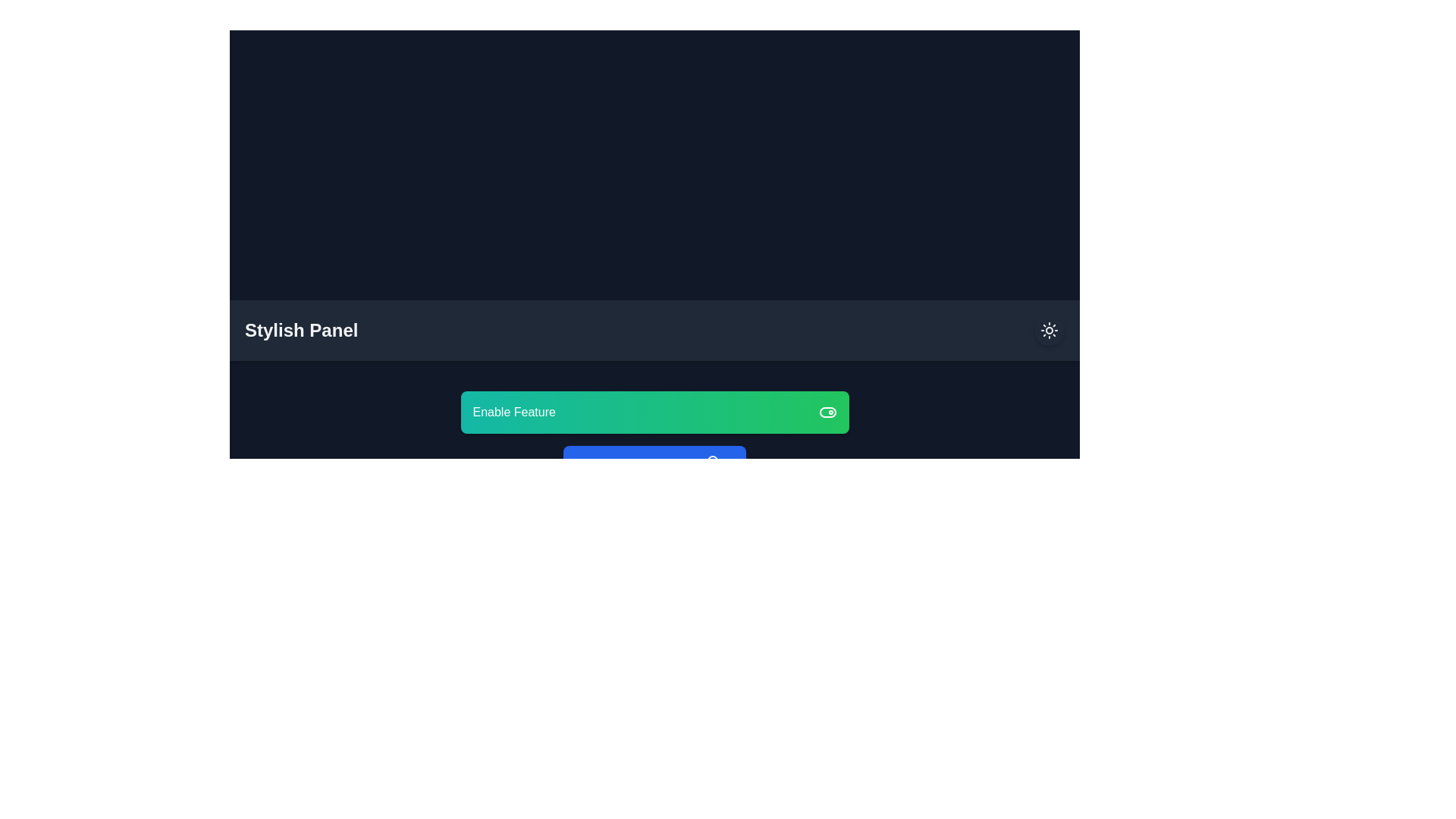 This screenshot has width=1456, height=819. I want to click on the horizontal green pill-shaped toggle switch located next to the green button labeled 'Enable Feature', so click(827, 412).